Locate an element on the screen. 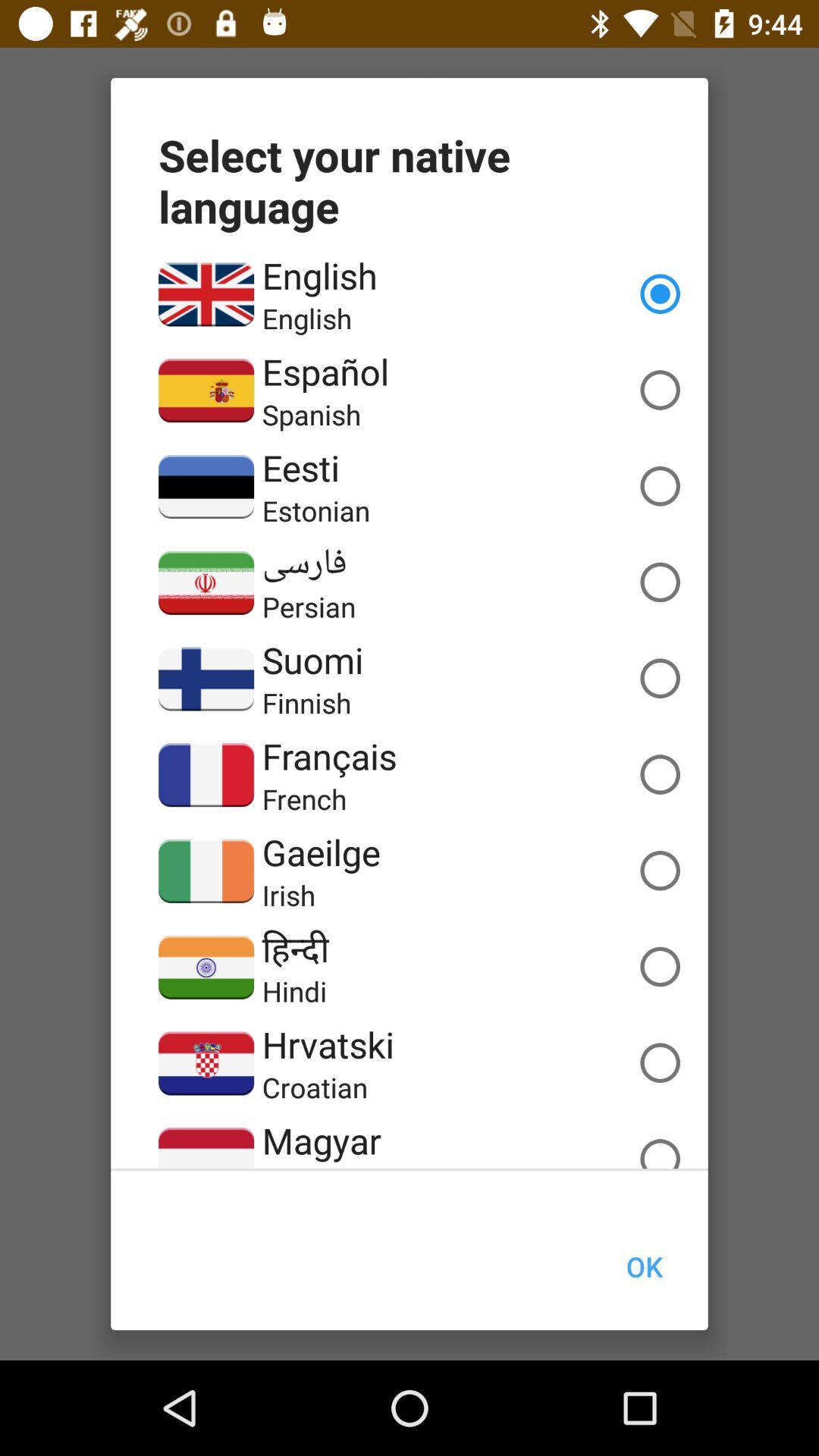 The width and height of the screenshot is (819, 1456). the croatian is located at coordinates (314, 1087).